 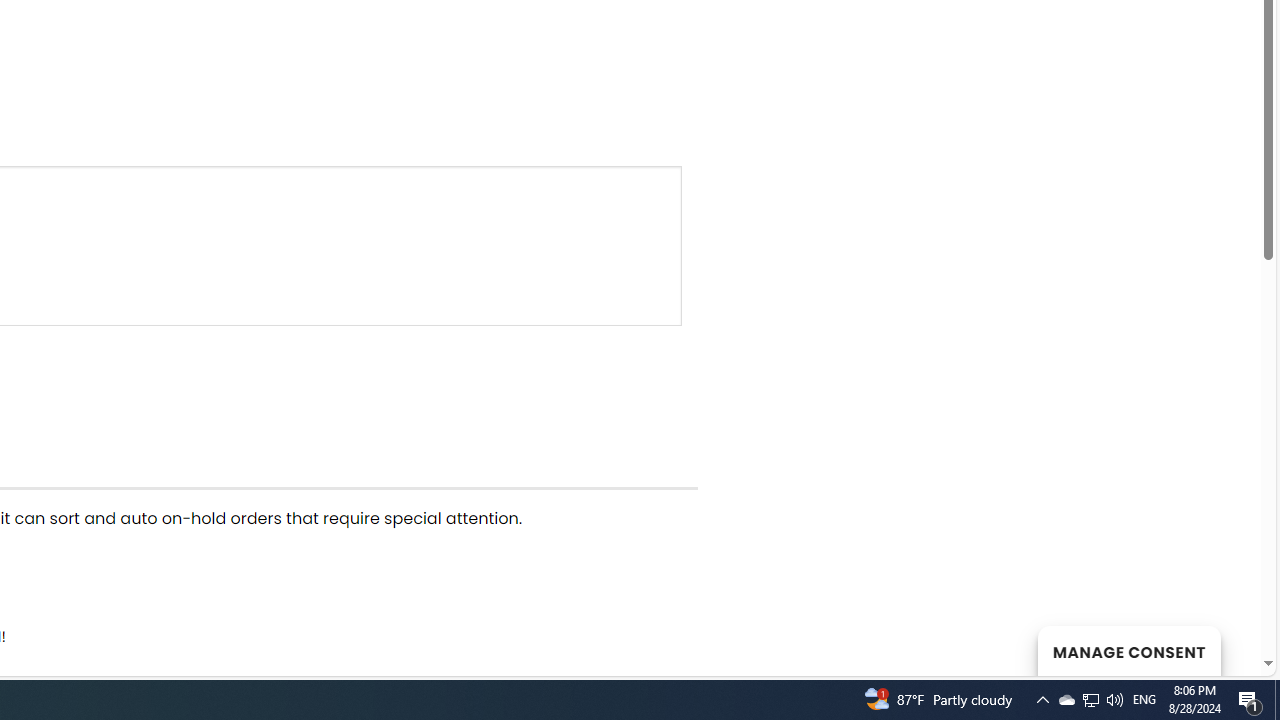 I want to click on 'MANAGE CONSENT', so click(x=1128, y=650).